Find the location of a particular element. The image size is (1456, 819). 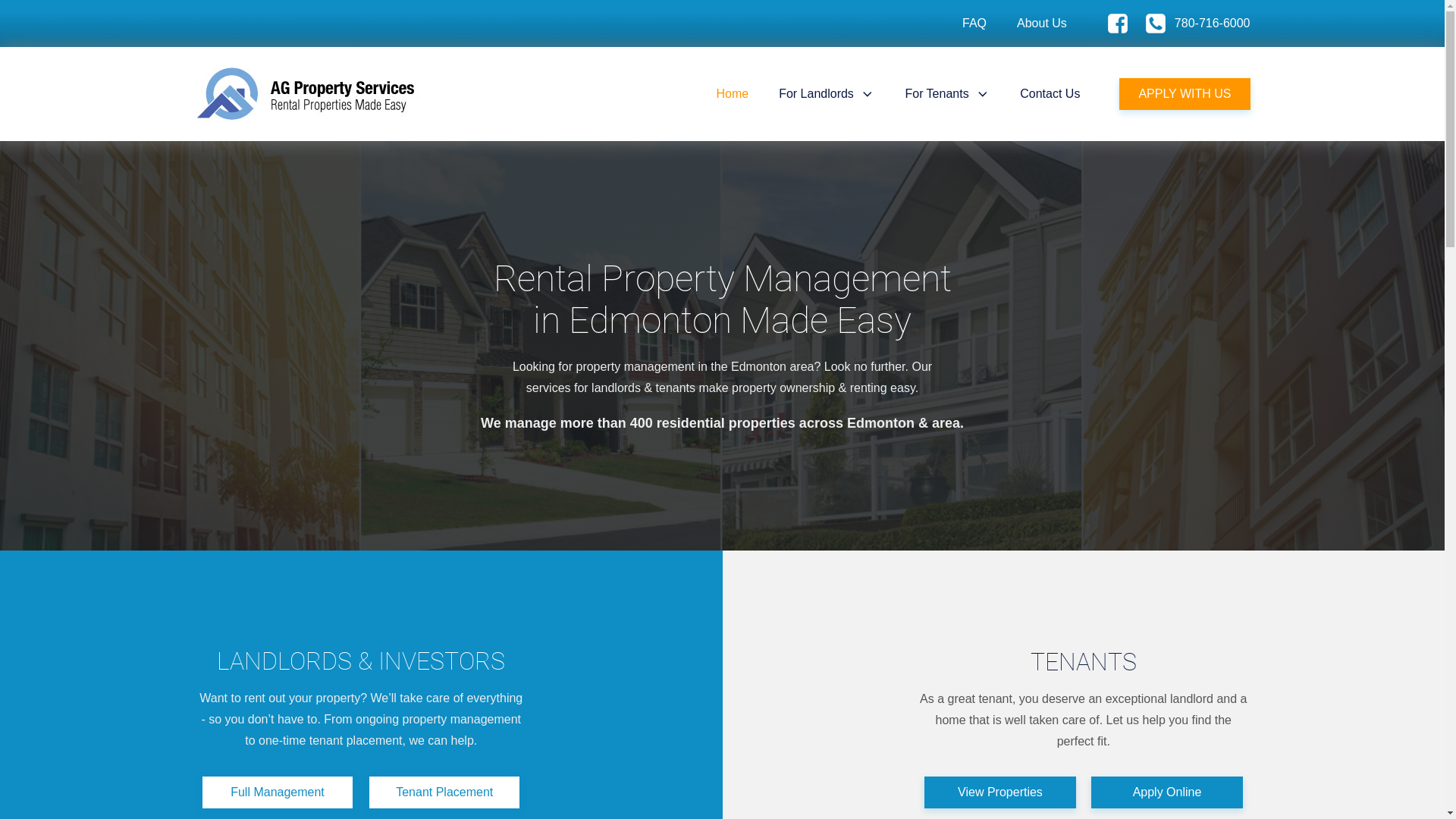

'About Us' is located at coordinates (1016, 23).